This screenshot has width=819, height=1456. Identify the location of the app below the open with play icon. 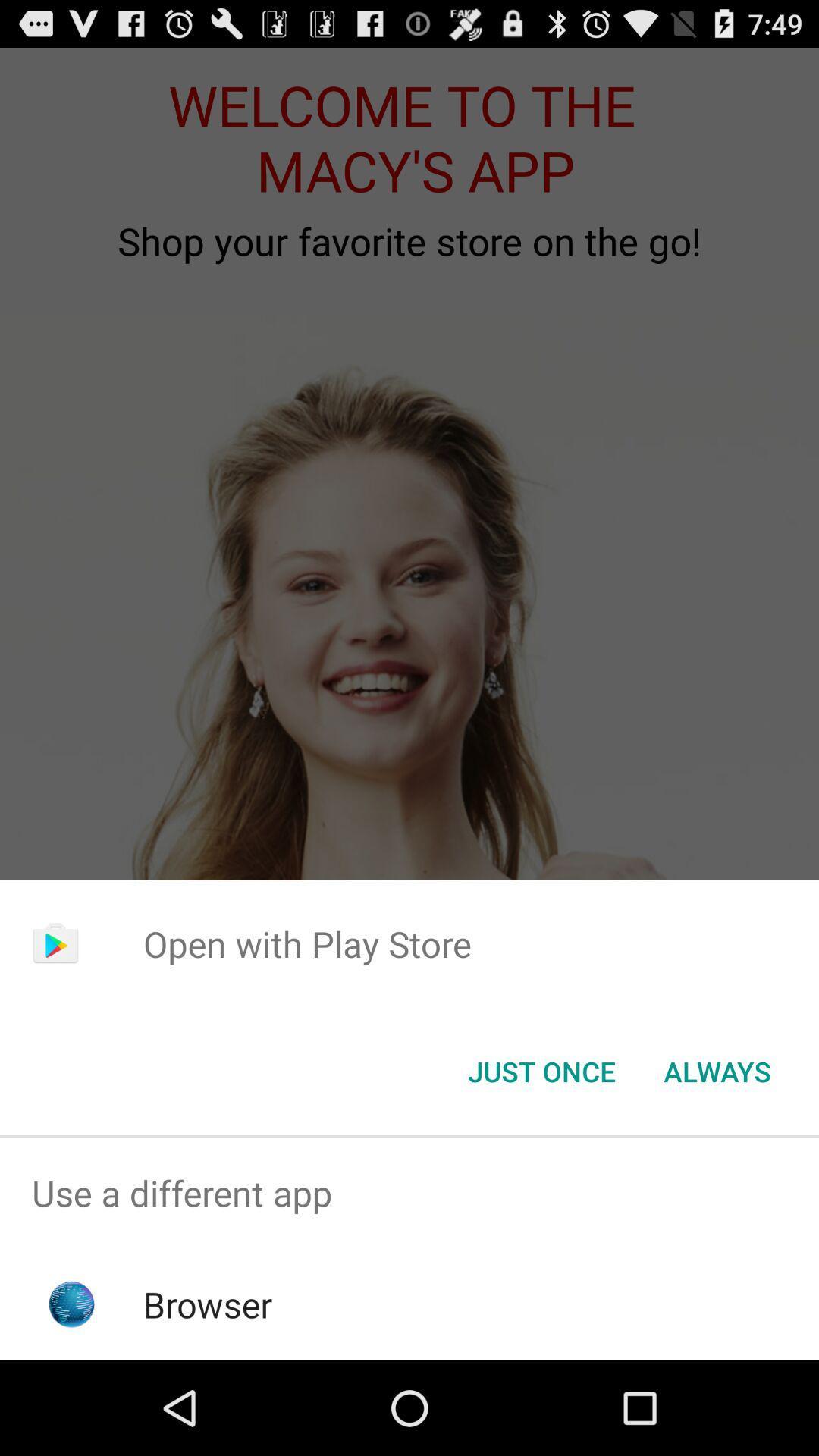
(717, 1070).